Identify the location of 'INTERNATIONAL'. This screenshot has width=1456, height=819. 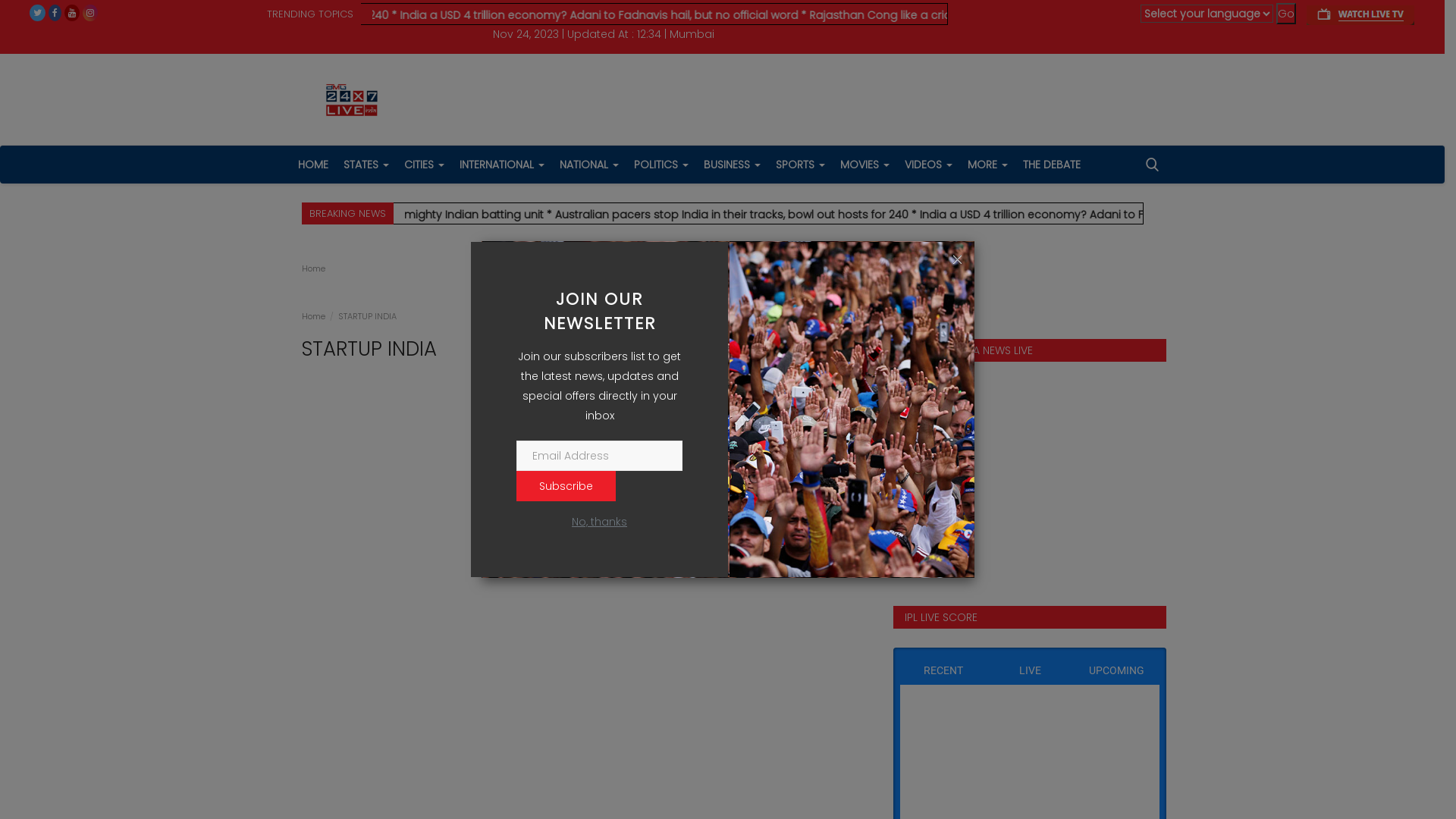
(502, 164).